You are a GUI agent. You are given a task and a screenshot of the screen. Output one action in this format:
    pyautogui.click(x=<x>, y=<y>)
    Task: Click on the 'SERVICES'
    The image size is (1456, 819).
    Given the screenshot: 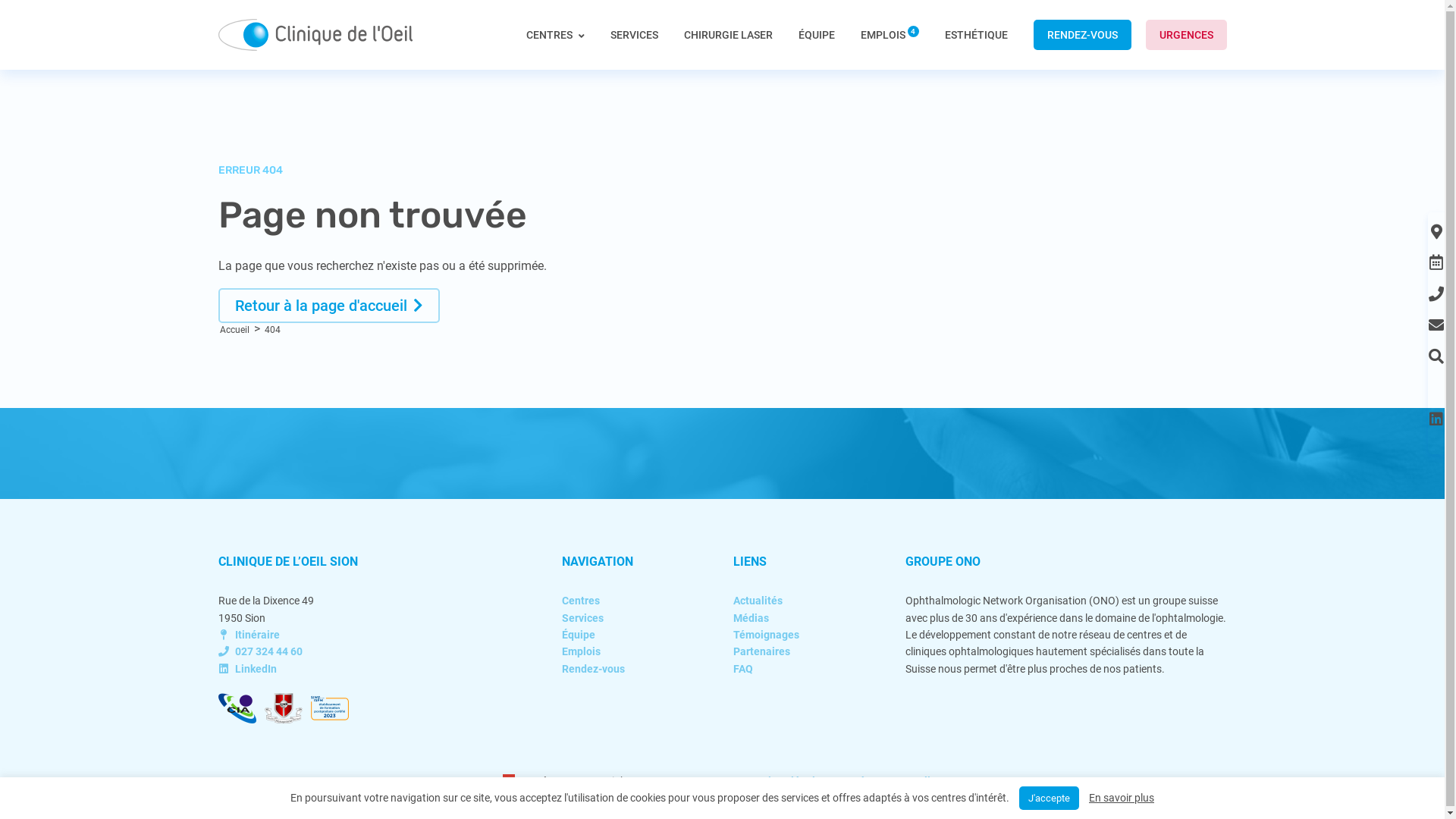 What is the action you would take?
    pyautogui.click(x=633, y=34)
    